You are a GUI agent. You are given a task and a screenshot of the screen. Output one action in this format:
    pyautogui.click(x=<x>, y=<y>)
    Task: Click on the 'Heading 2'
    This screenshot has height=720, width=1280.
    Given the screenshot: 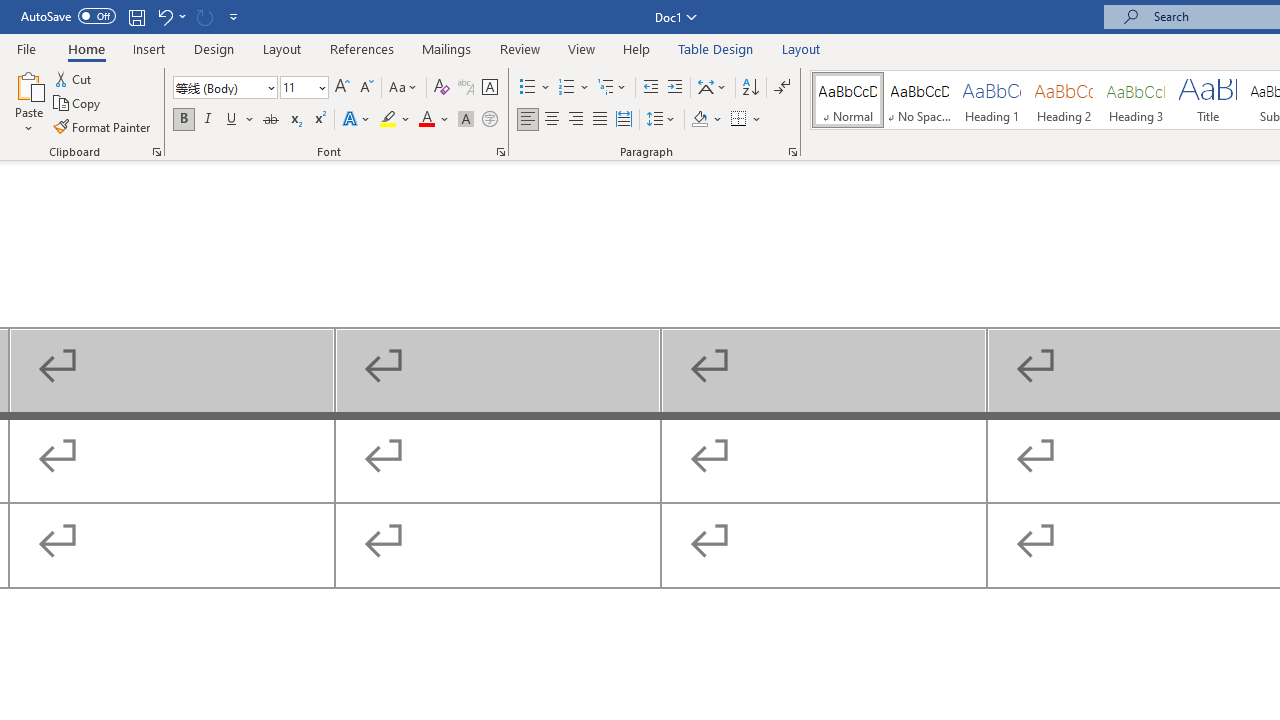 What is the action you would take?
    pyautogui.click(x=1062, y=100)
    